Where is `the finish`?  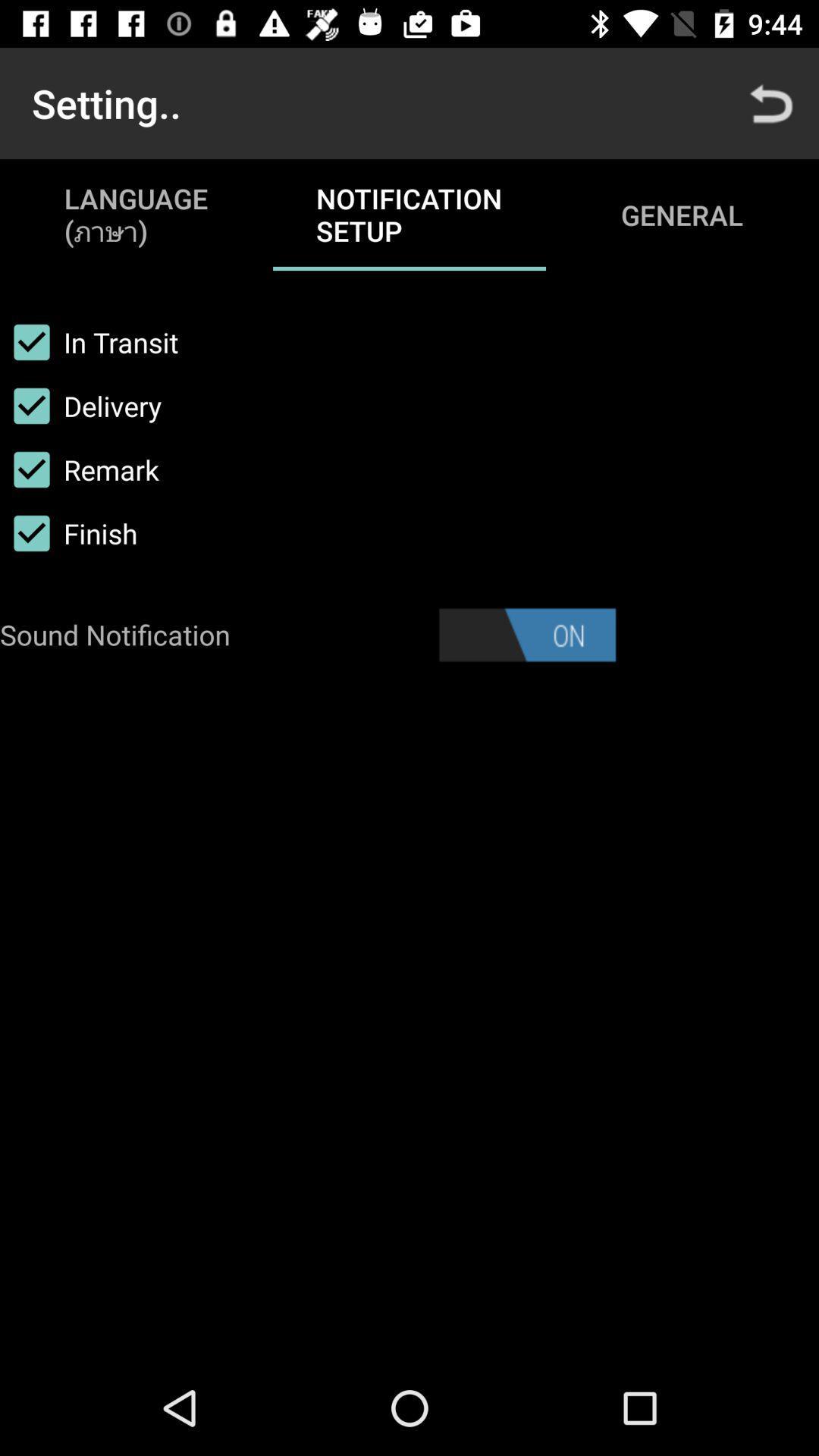
the finish is located at coordinates (68, 533).